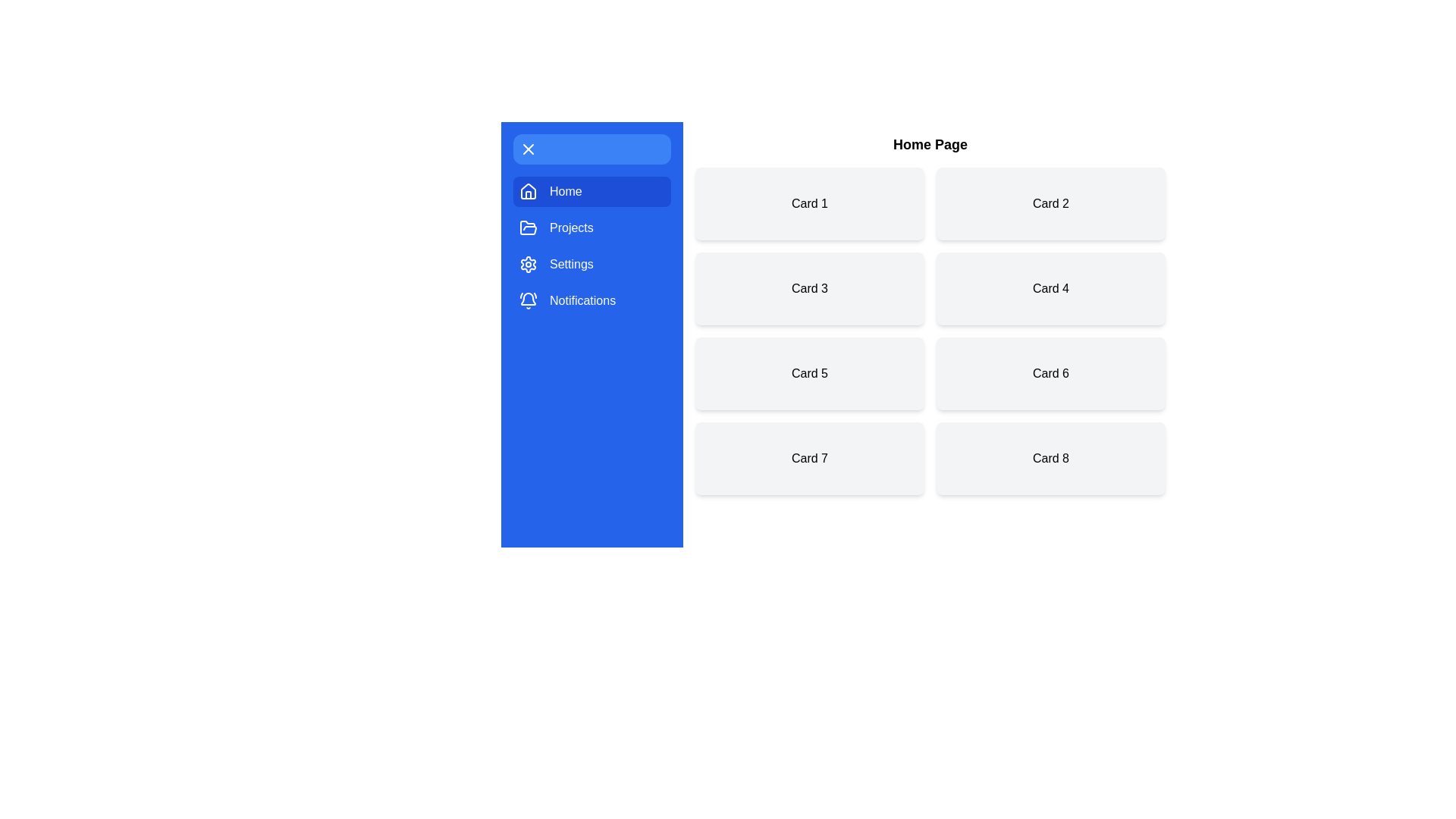 The width and height of the screenshot is (1456, 819). What do you see at coordinates (591, 227) in the screenshot?
I see `the menu item Projects in the StyledDrawer component` at bounding box center [591, 227].